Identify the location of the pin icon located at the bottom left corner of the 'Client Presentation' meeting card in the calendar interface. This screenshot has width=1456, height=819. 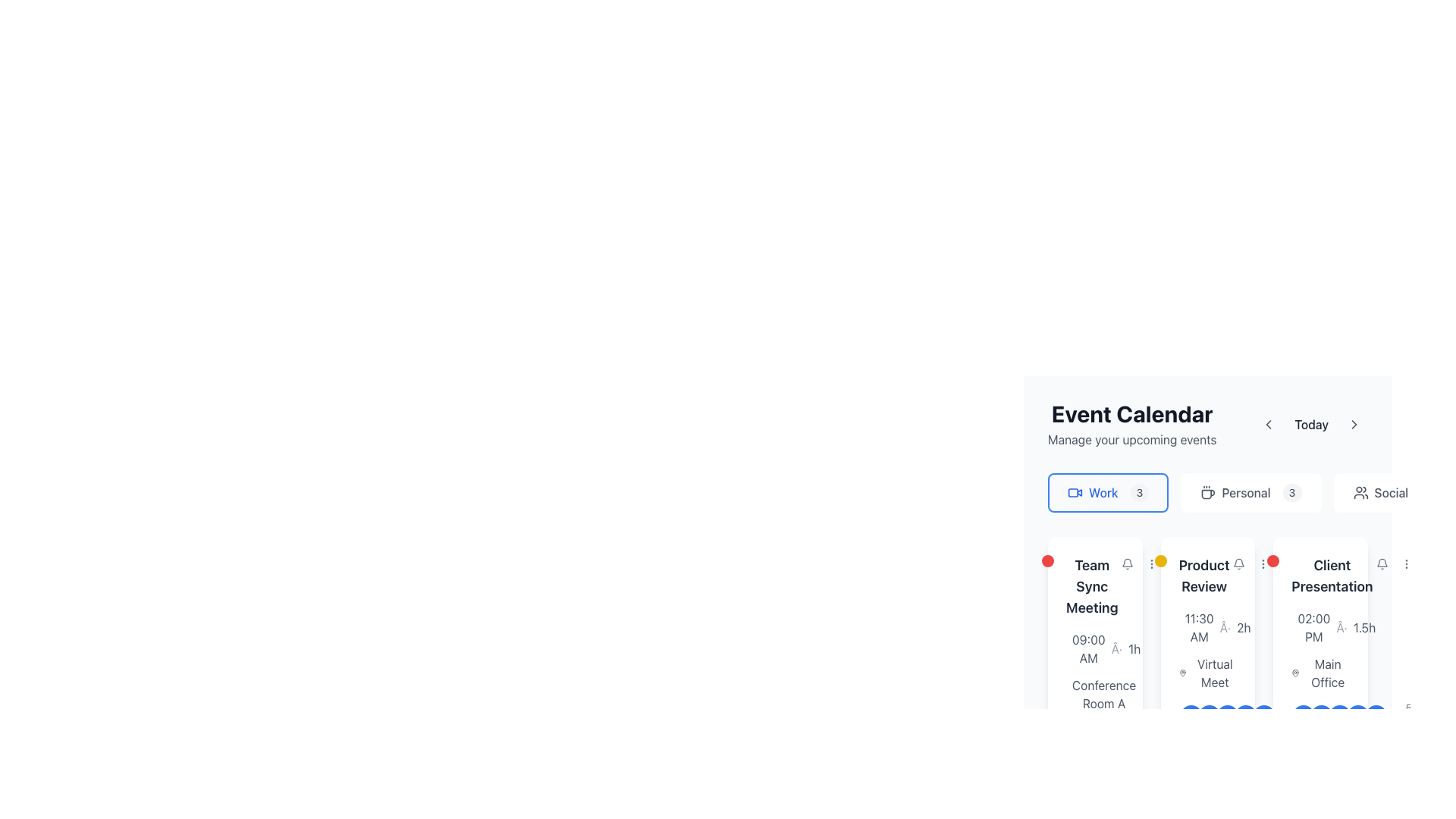
(1294, 672).